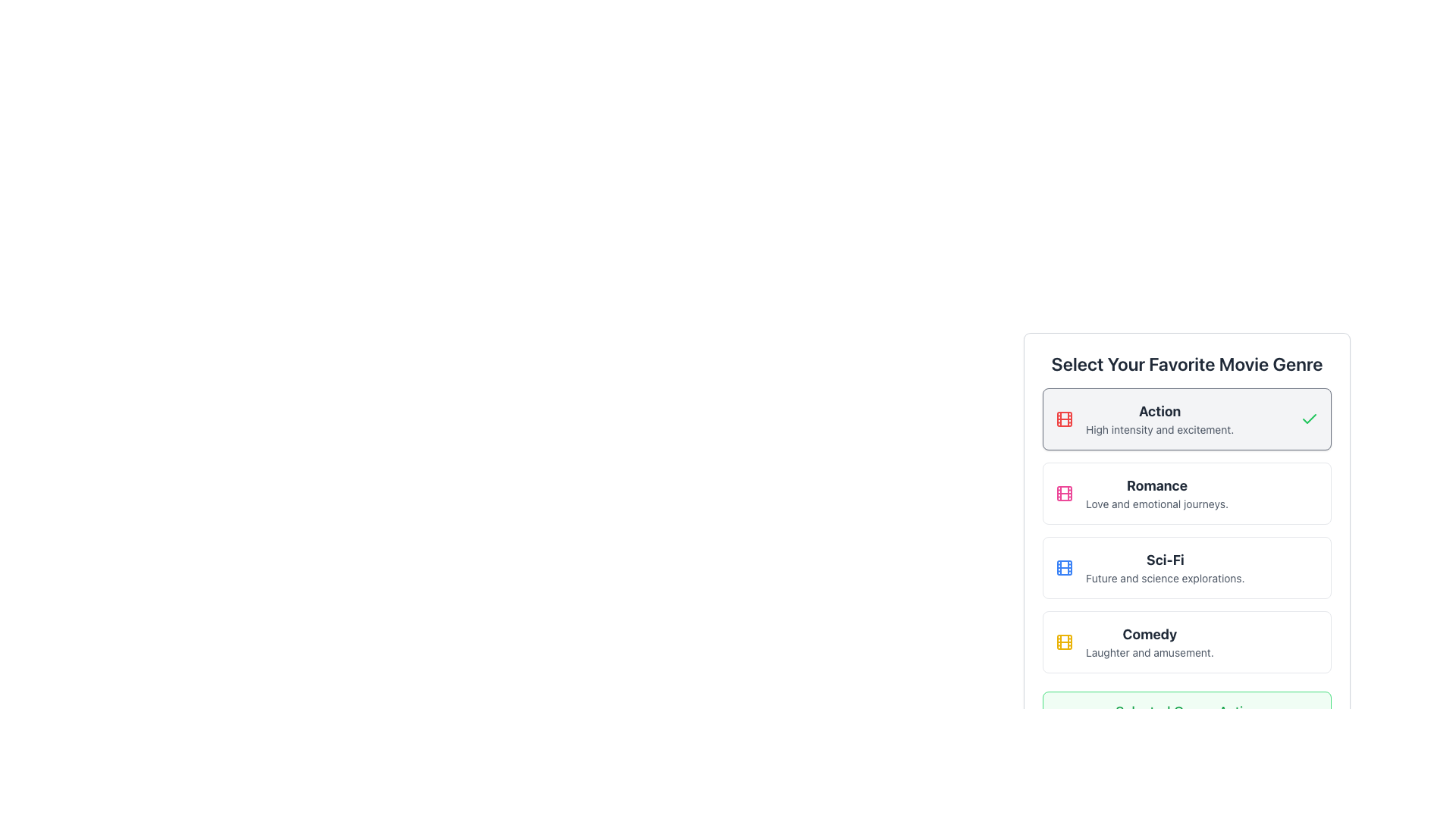  What do you see at coordinates (1186, 642) in the screenshot?
I see `the selectable card element representing the 'Comedy' movie genre, which is the fourth item in the vertical list of genres` at bounding box center [1186, 642].